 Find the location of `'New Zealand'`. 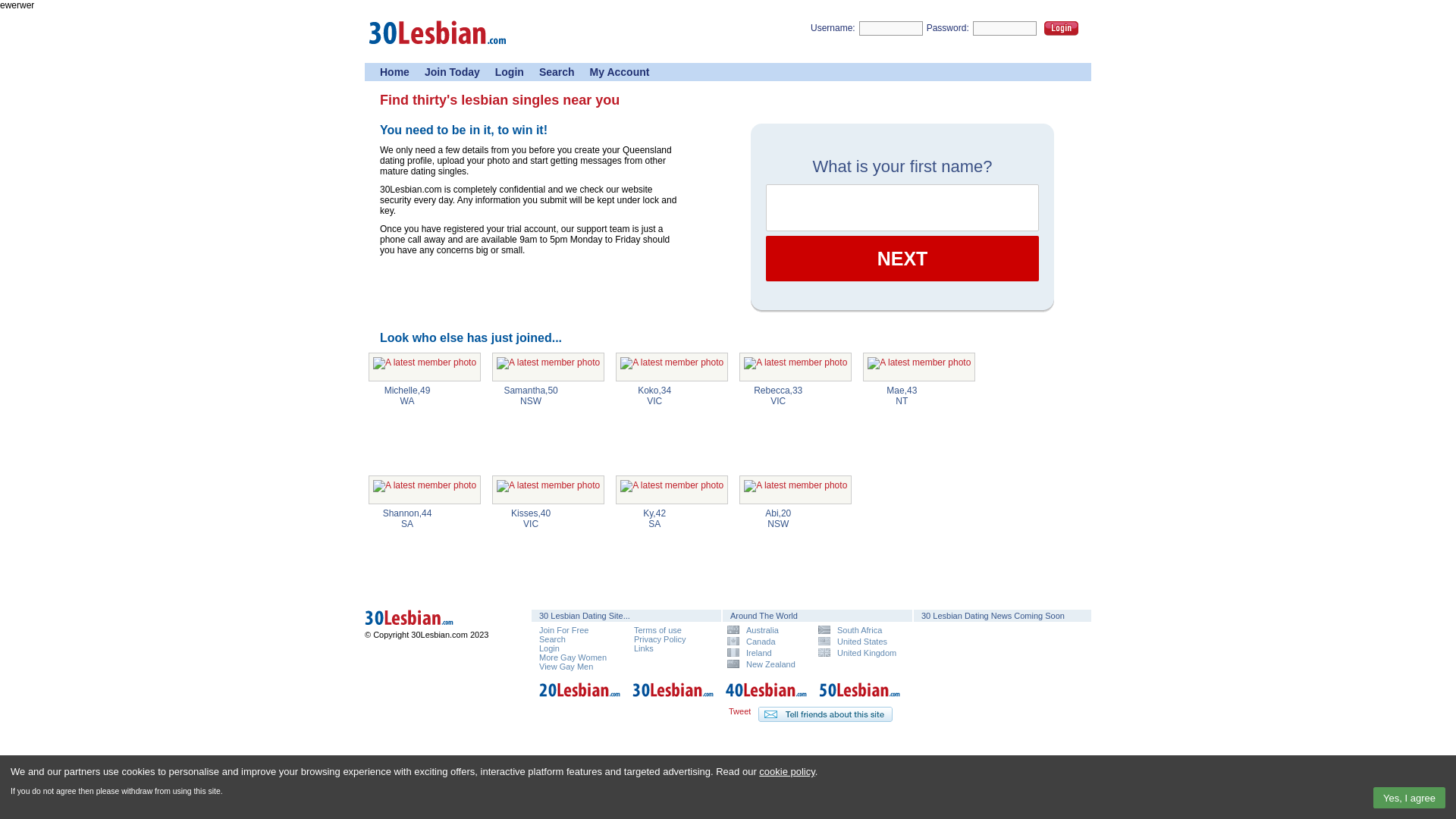

'New Zealand' is located at coordinates (726, 663).